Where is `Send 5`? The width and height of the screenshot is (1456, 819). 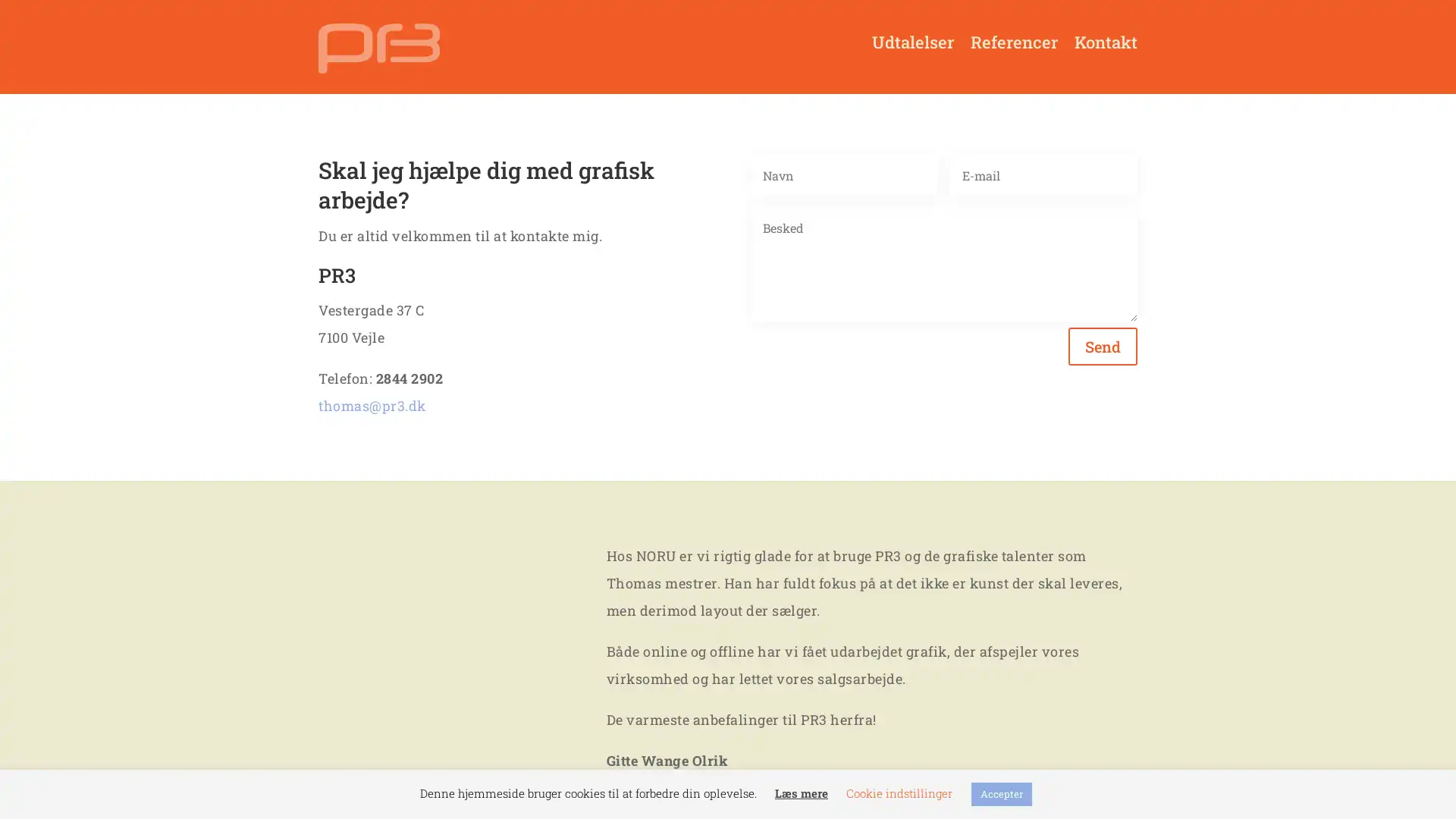 Send 5 is located at coordinates (1102, 345).